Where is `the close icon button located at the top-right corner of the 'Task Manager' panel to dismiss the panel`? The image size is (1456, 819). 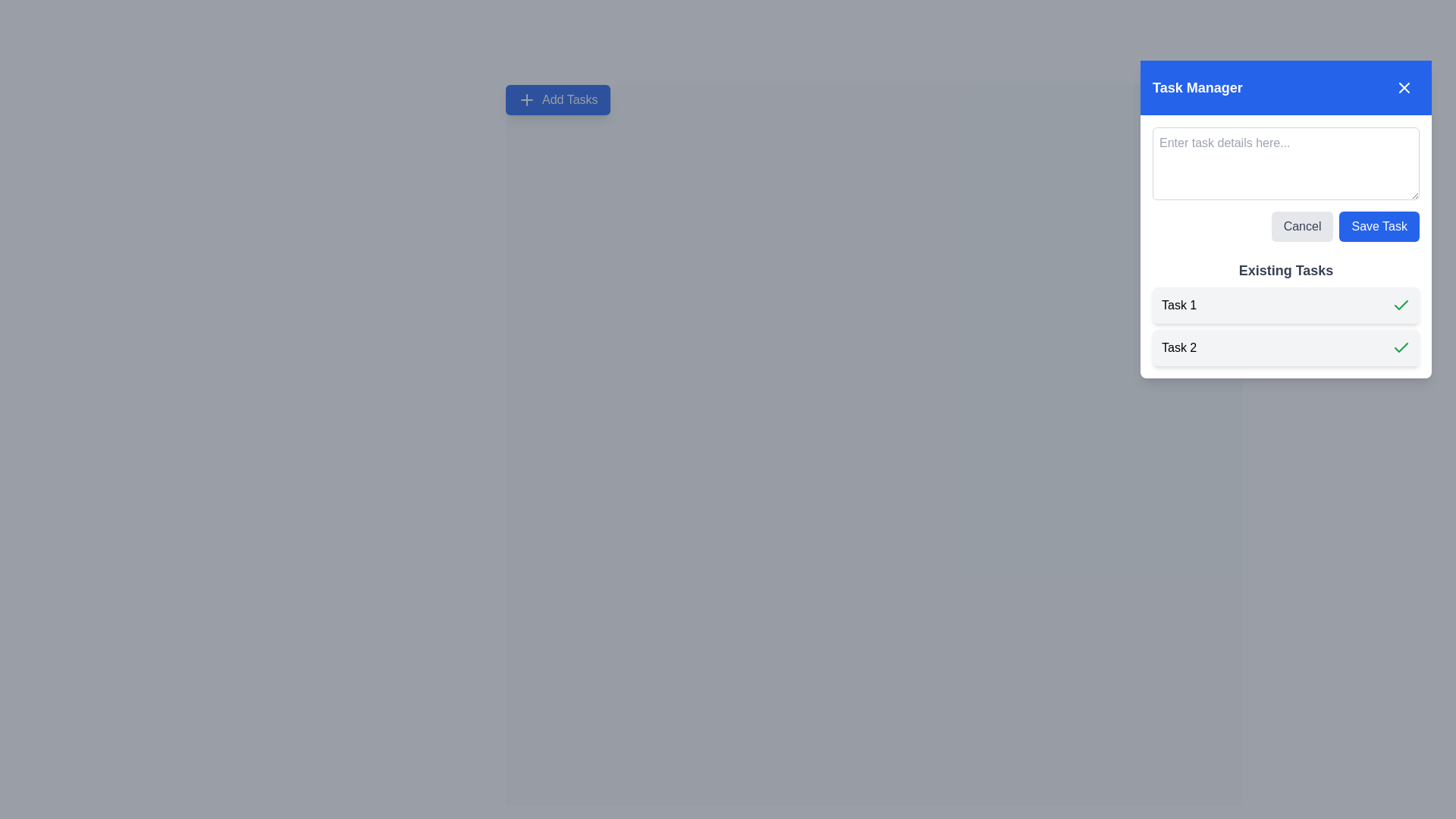
the close icon button located at the top-right corner of the 'Task Manager' panel to dismiss the panel is located at coordinates (1404, 87).